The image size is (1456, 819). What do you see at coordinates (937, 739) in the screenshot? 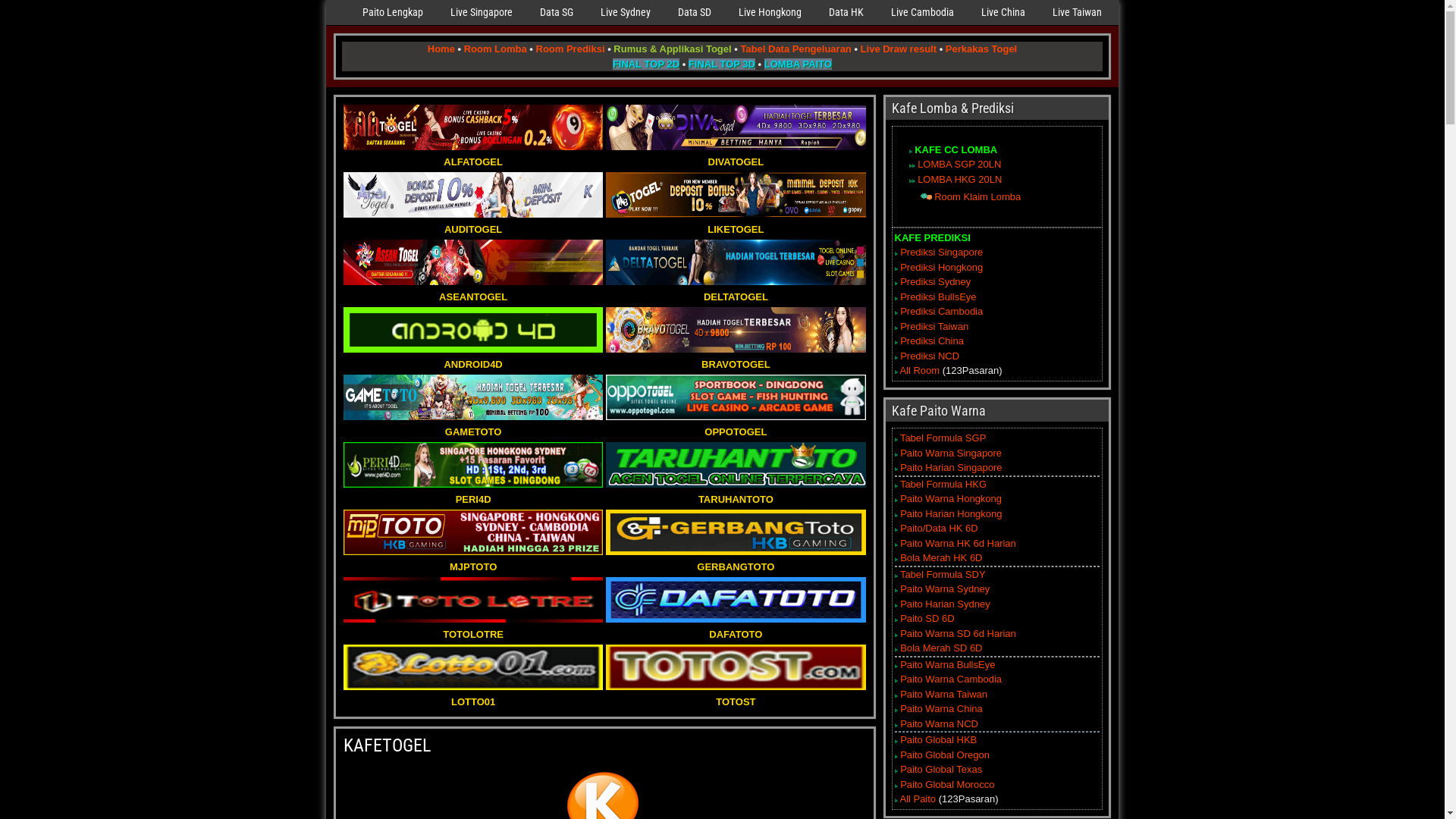
I see `'Paito Global HKB'` at bounding box center [937, 739].